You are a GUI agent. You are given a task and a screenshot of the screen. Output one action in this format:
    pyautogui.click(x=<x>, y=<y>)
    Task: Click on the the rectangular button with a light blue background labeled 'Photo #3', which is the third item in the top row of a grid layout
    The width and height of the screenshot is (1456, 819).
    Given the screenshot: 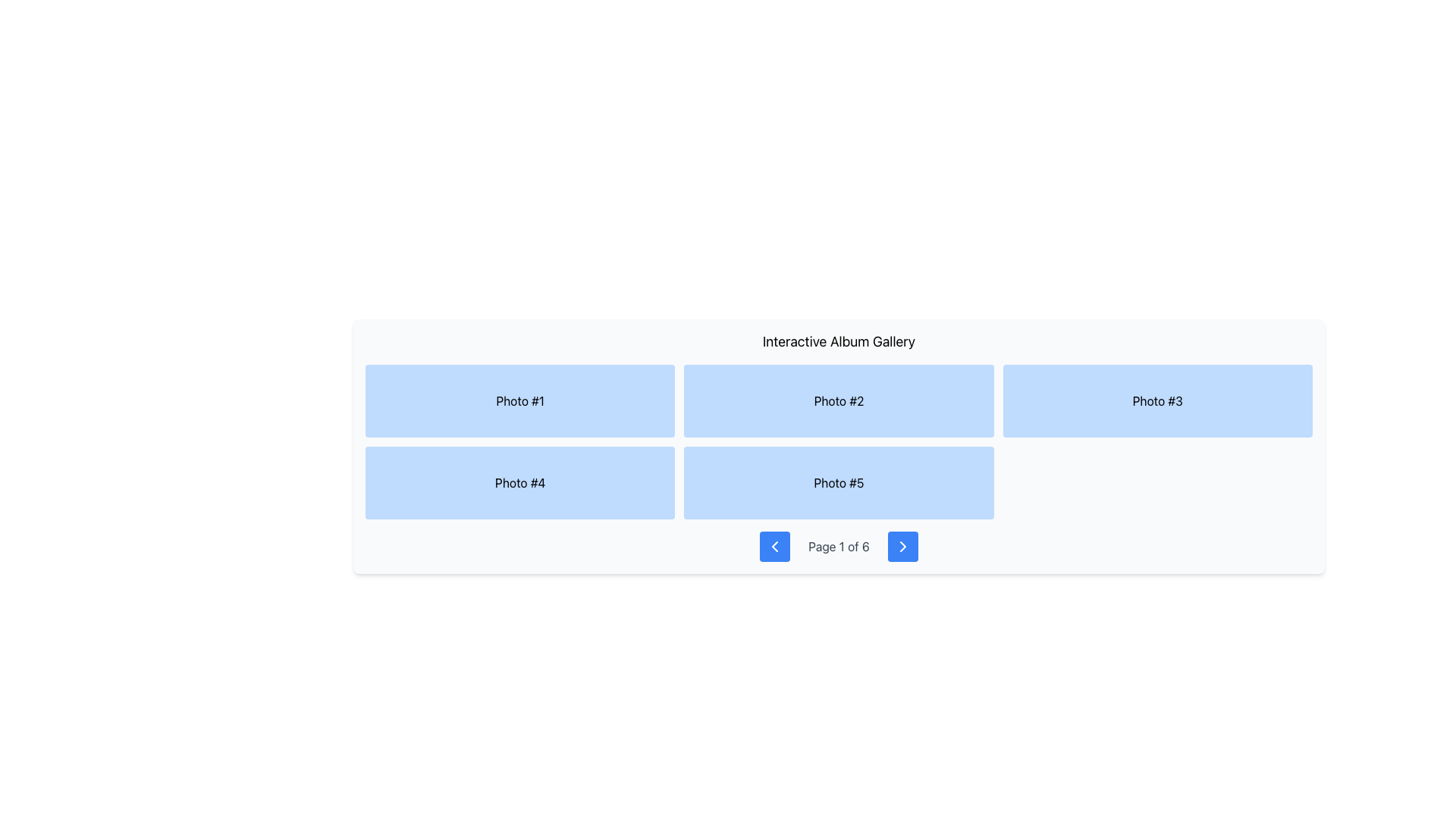 What is the action you would take?
    pyautogui.click(x=1156, y=400)
    